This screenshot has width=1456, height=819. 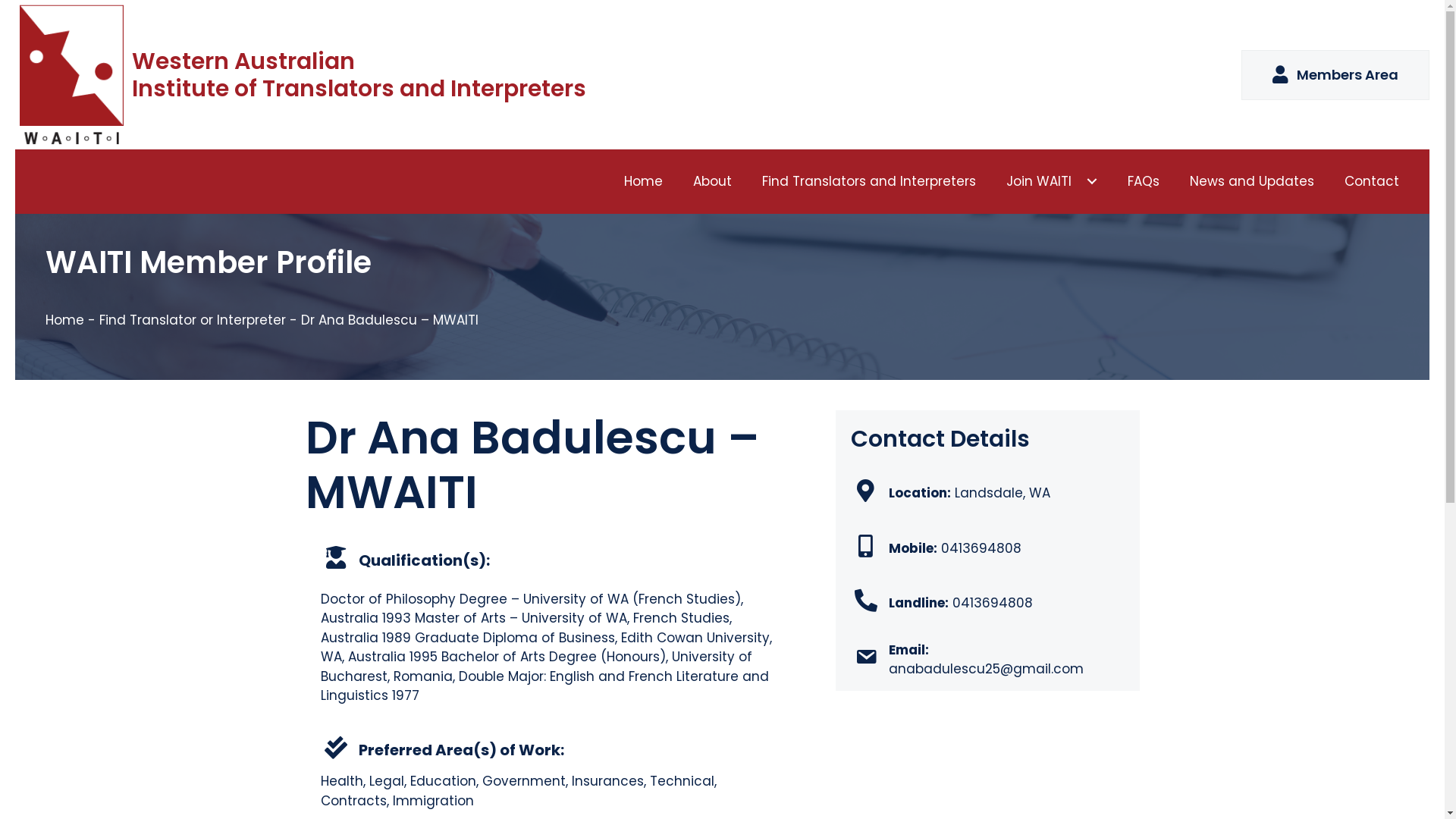 What do you see at coordinates (1372, 180) in the screenshot?
I see `'Contact'` at bounding box center [1372, 180].